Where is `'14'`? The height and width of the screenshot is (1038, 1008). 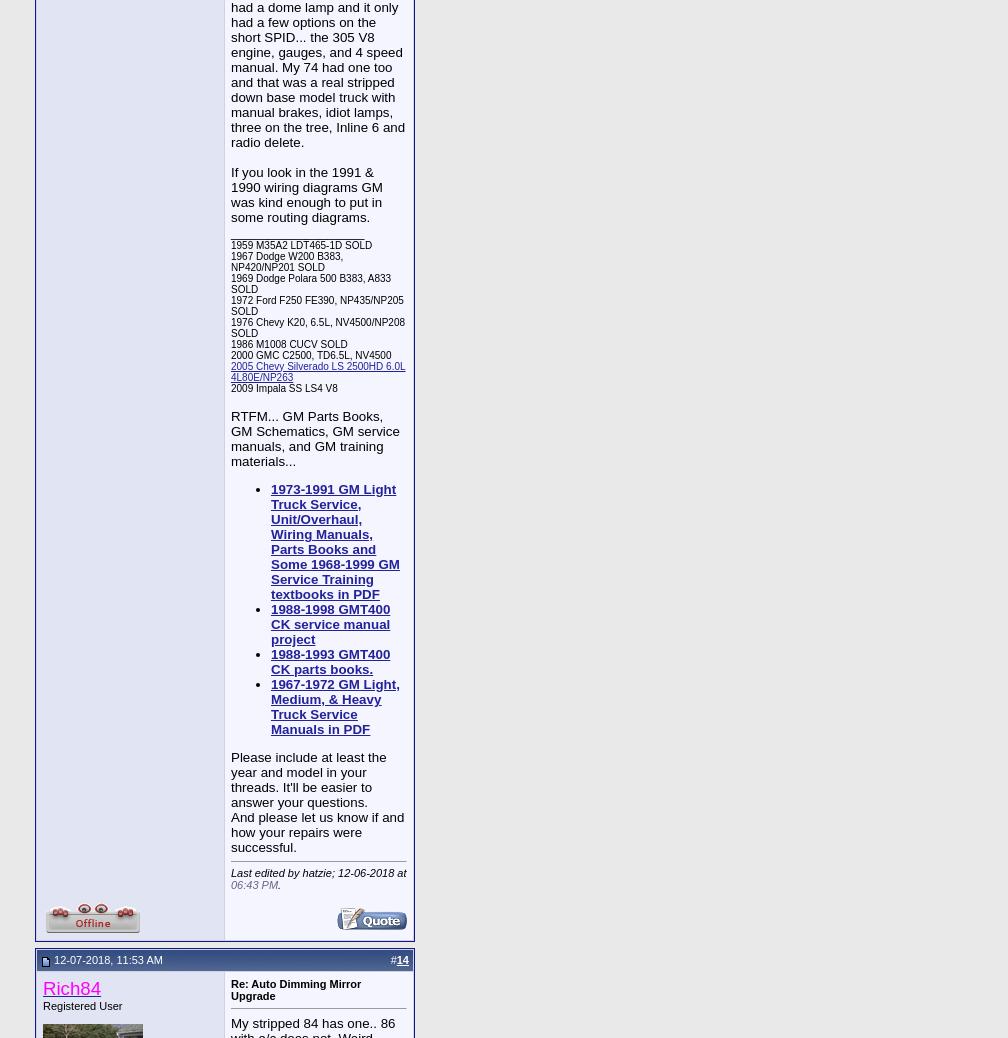
'14' is located at coordinates (402, 960).